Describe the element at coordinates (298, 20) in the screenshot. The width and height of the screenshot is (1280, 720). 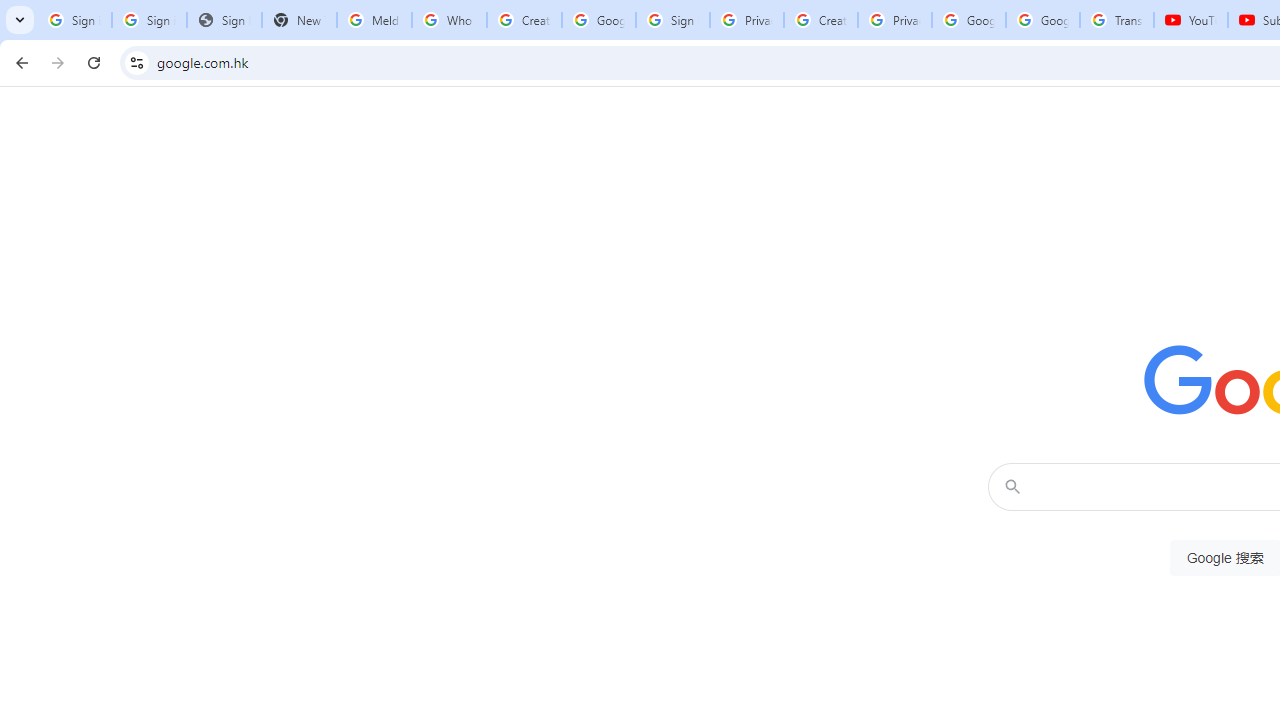
I see `'New Tab'` at that location.